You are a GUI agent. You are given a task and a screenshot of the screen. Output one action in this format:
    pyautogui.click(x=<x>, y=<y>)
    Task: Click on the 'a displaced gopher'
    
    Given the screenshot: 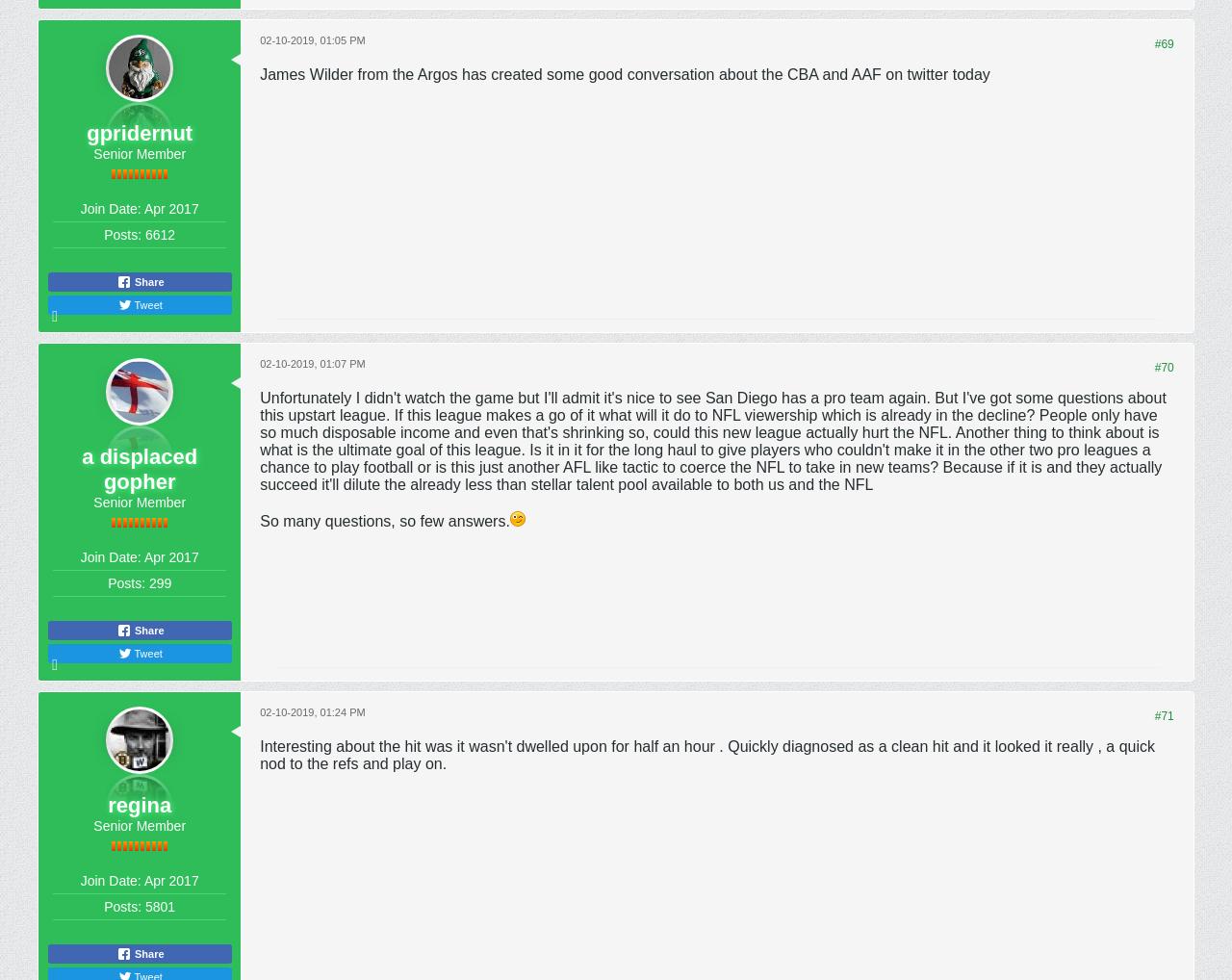 What is the action you would take?
    pyautogui.click(x=139, y=468)
    